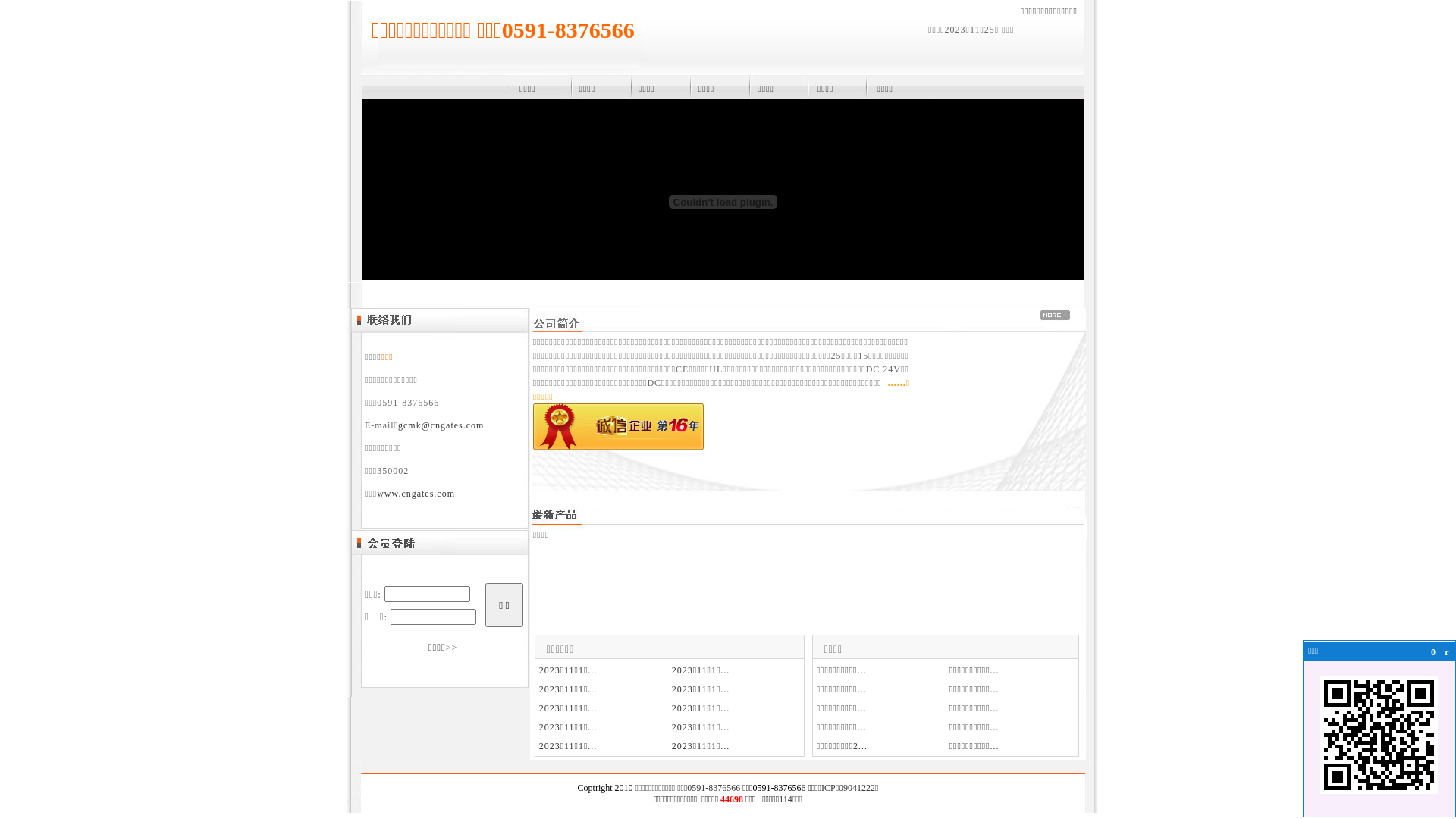 This screenshot has height=819, width=1456. What do you see at coordinates (1432, 651) in the screenshot?
I see `'0'` at bounding box center [1432, 651].